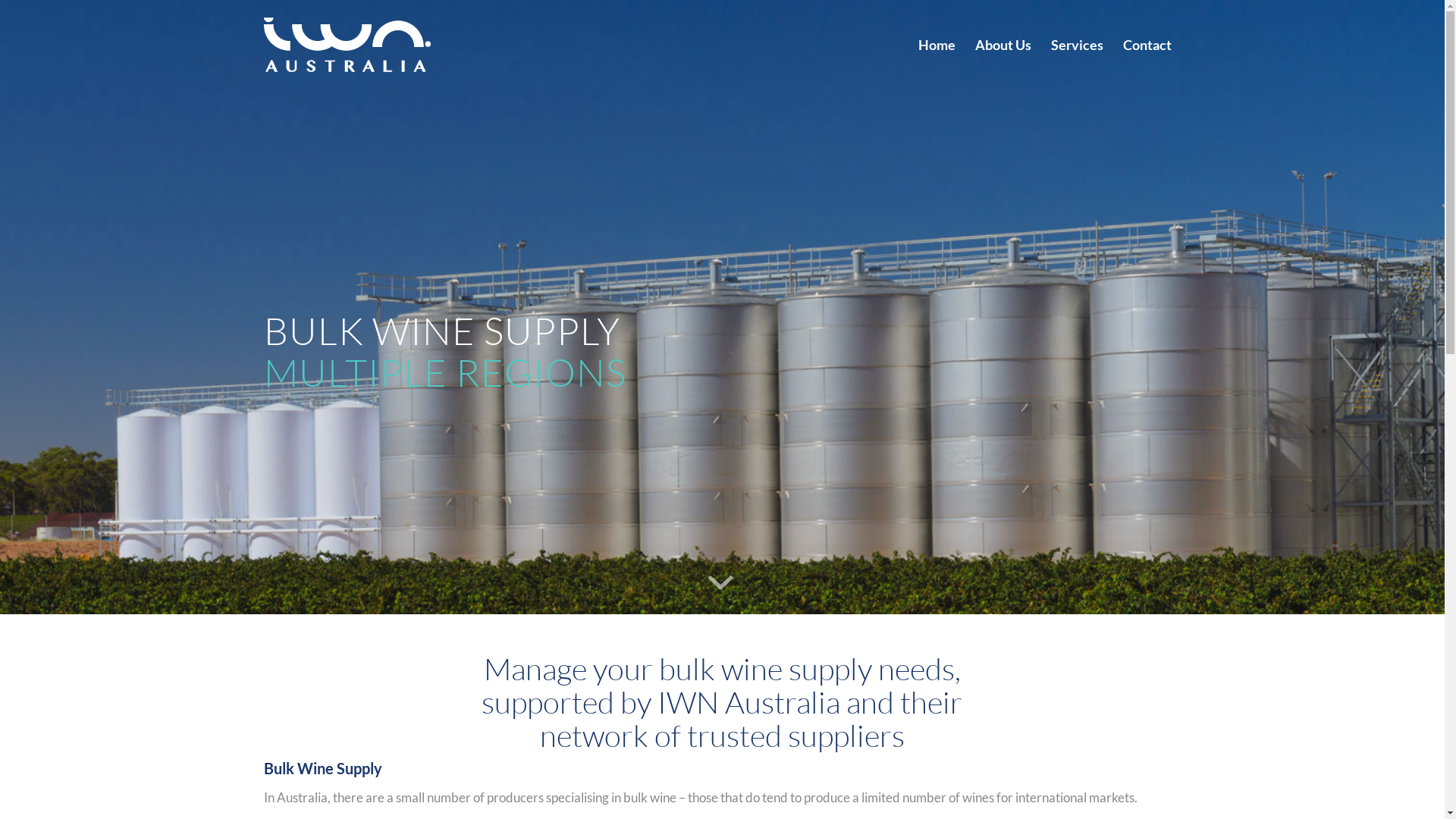 The height and width of the screenshot is (819, 1456). I want to click on 'Services', so click(1075, 43).